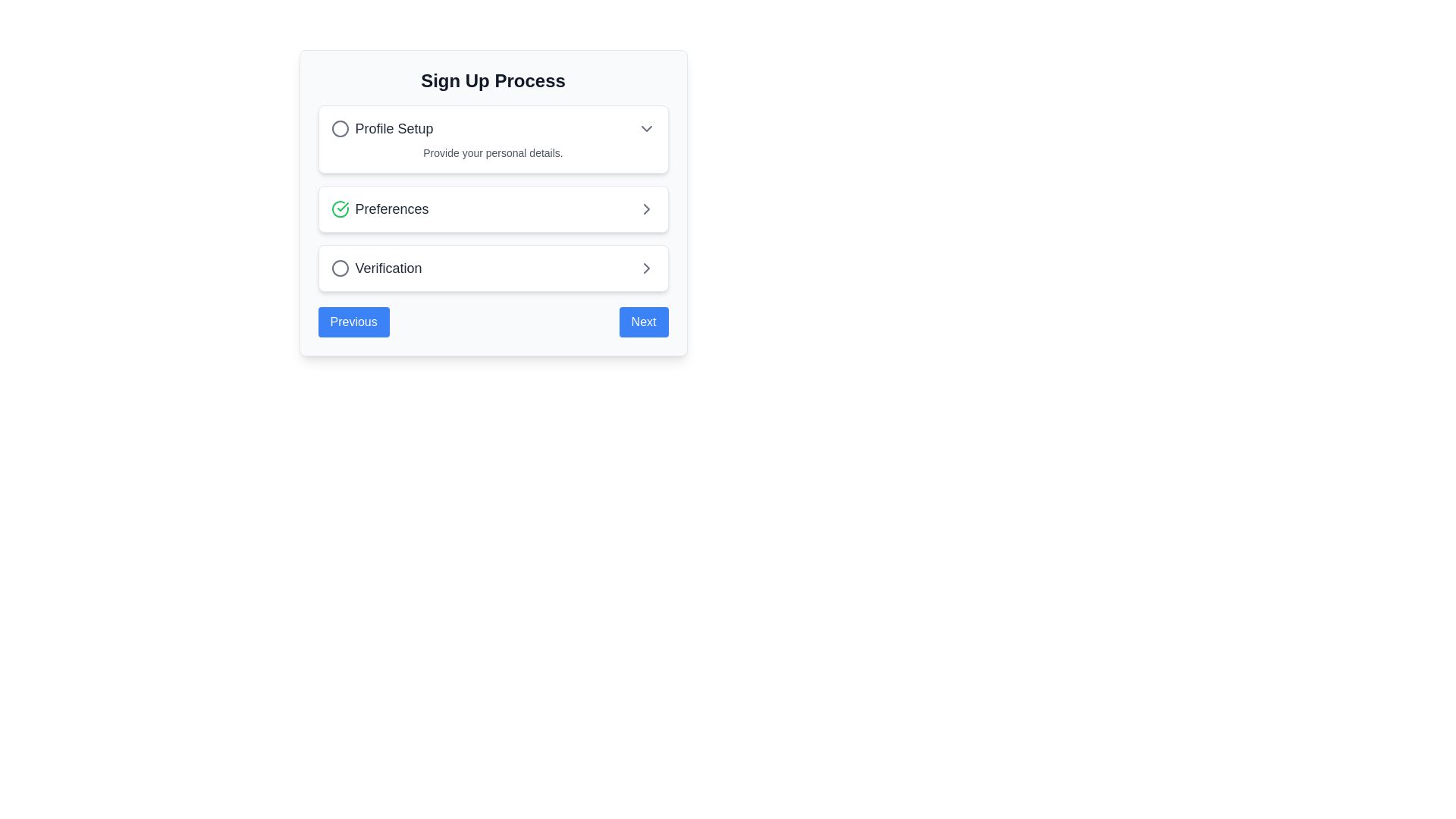 The width and height of the screenshot is (1456, 819). Describe the element at coordinates (493, 321) in the screenshot. I see `the 'Previous' or 'Next' button in the navigation control at the bottom of the form` at that location.